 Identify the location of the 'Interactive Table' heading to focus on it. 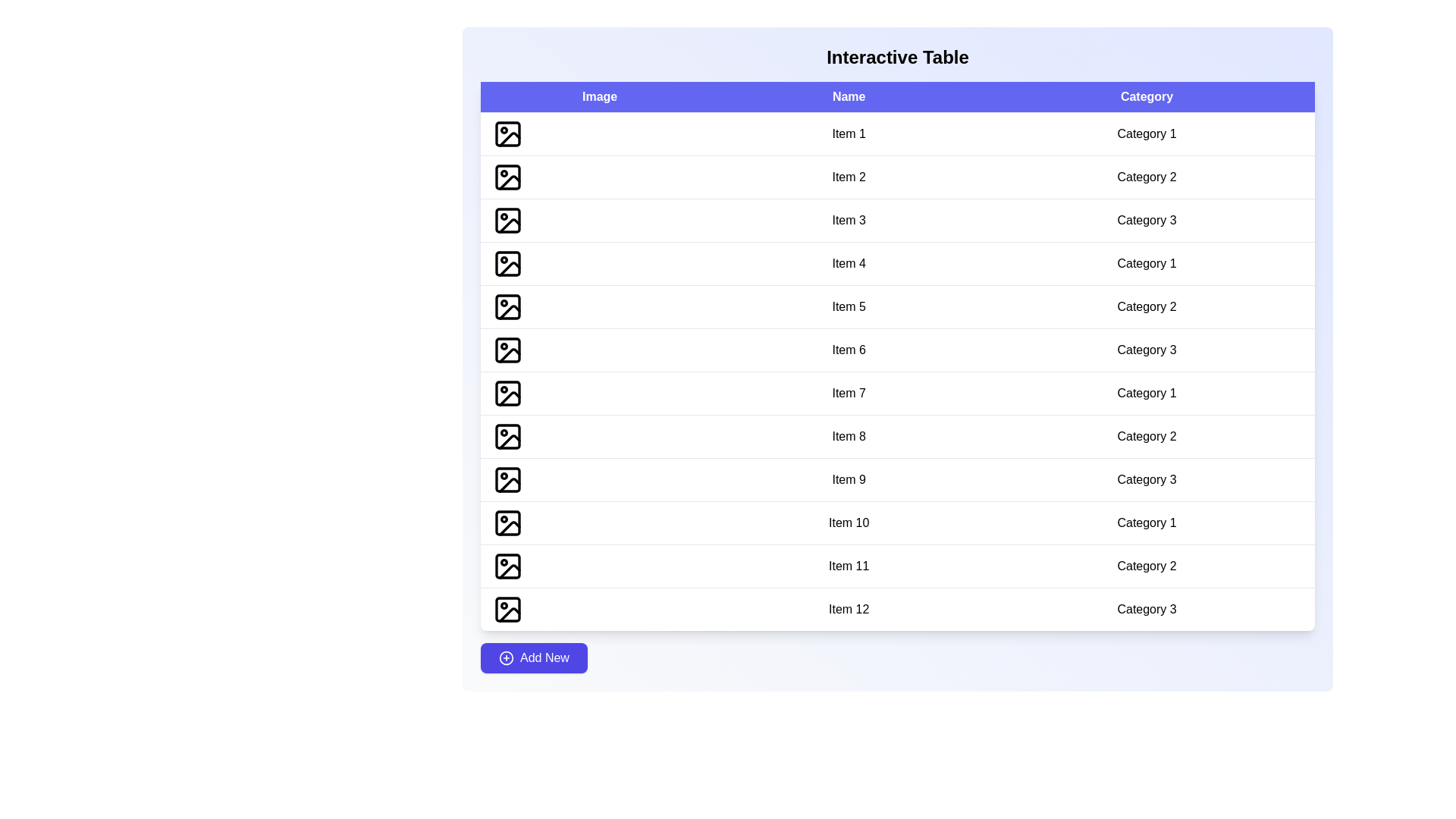
(898, 57).